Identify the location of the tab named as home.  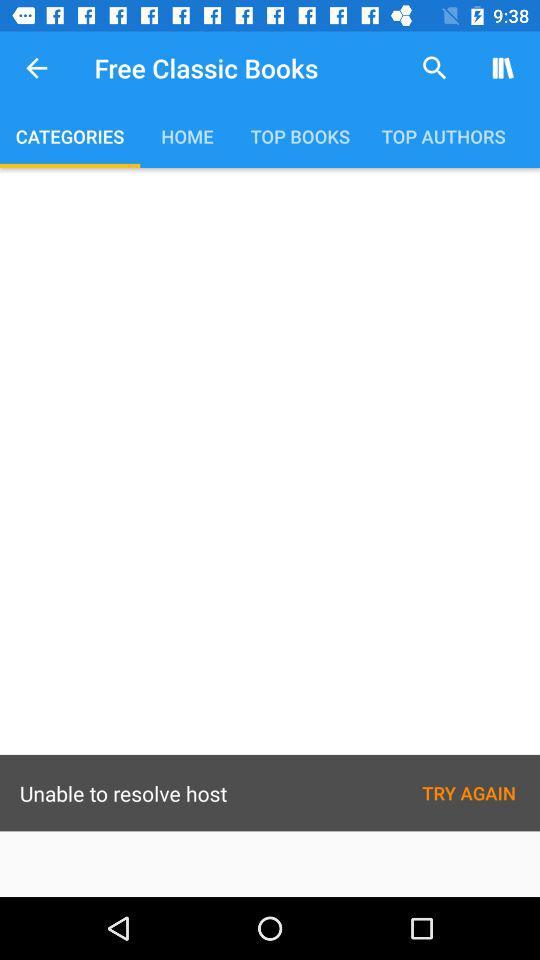
(187, 135).